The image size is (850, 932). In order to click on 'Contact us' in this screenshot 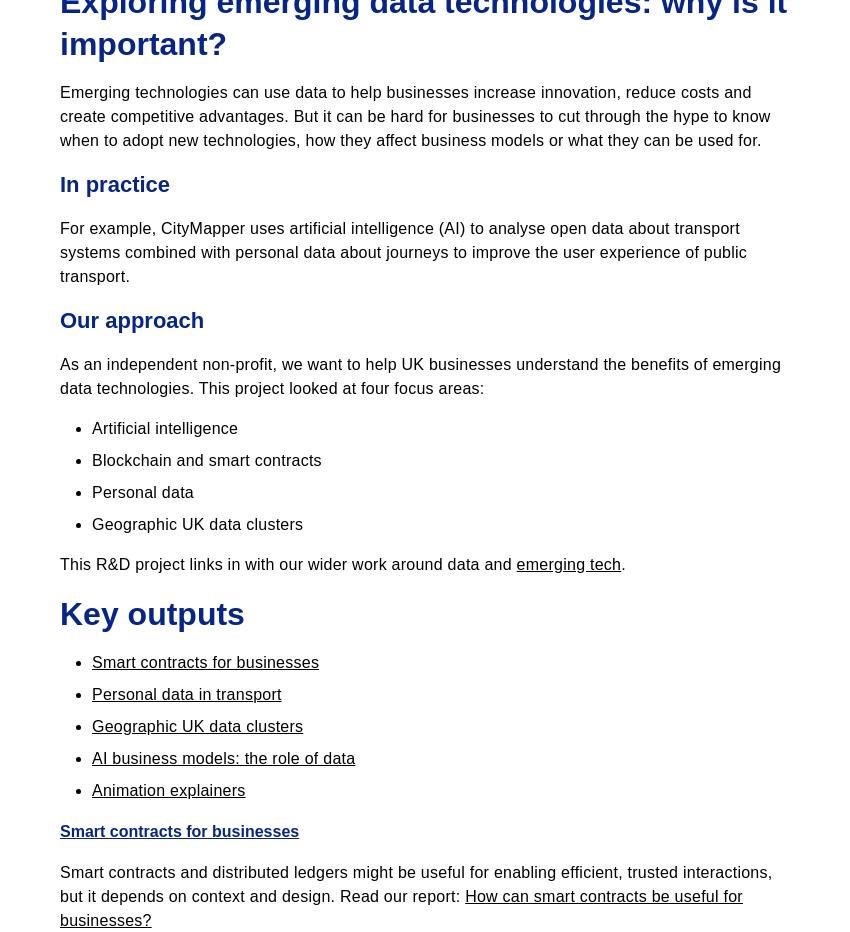, I will do `click(98, 847)`.